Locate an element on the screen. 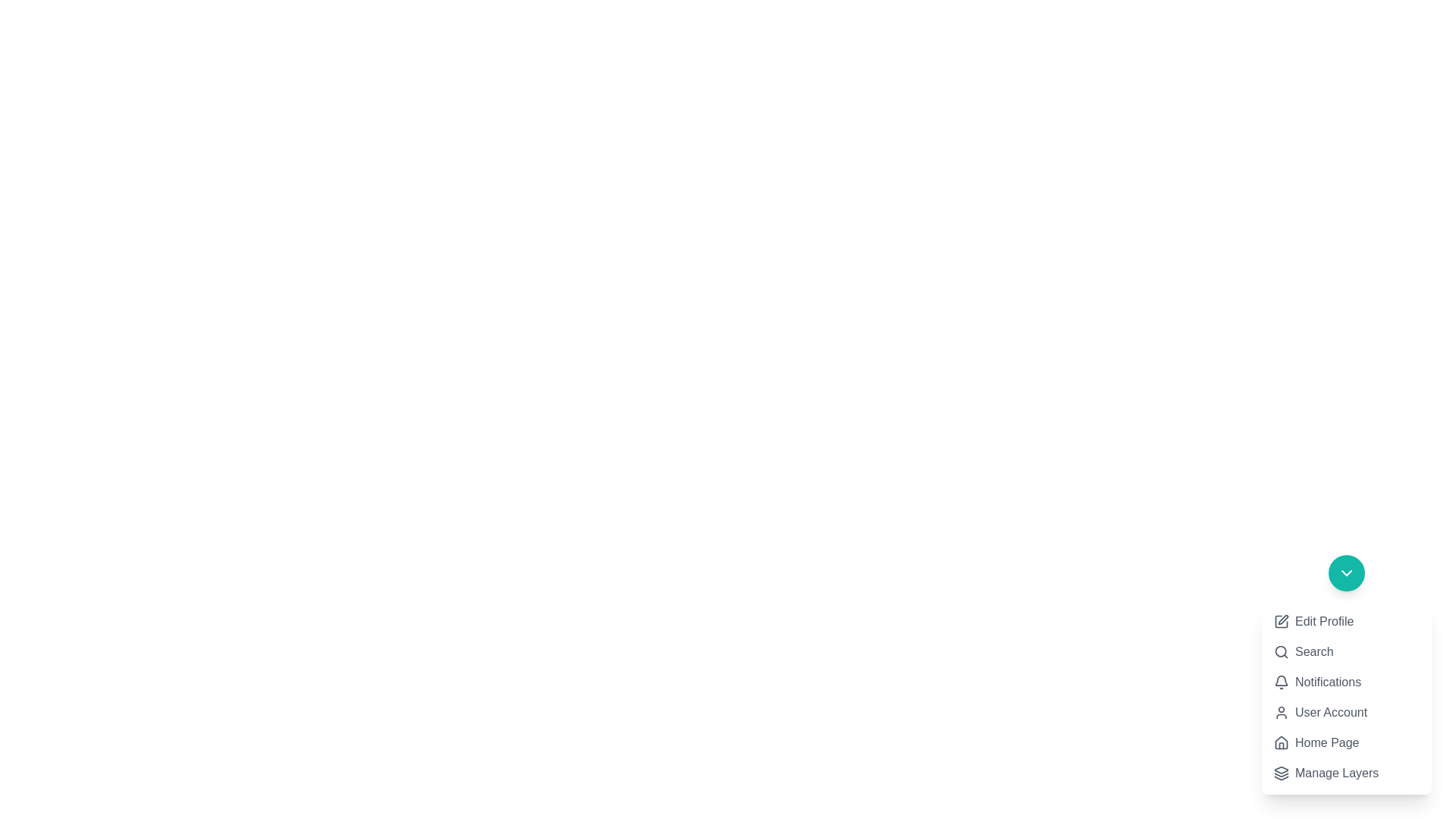  the pen icon located in the dropdown menu under the 'Edit Profile' option is located at coordinates (1282, 620).